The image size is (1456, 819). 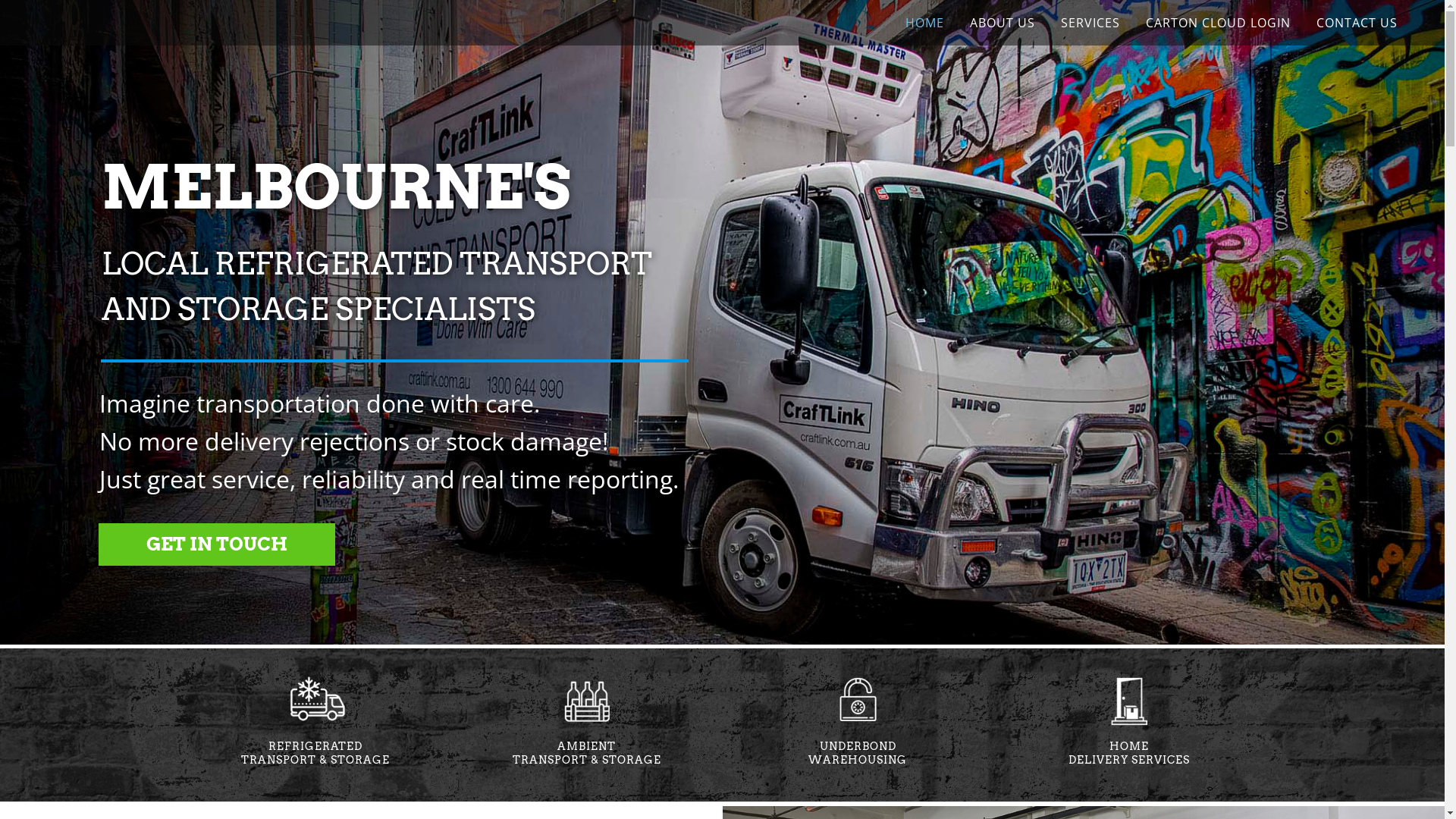 I want to click on 'refrigerated transport icon', so click(x=315, y=701).